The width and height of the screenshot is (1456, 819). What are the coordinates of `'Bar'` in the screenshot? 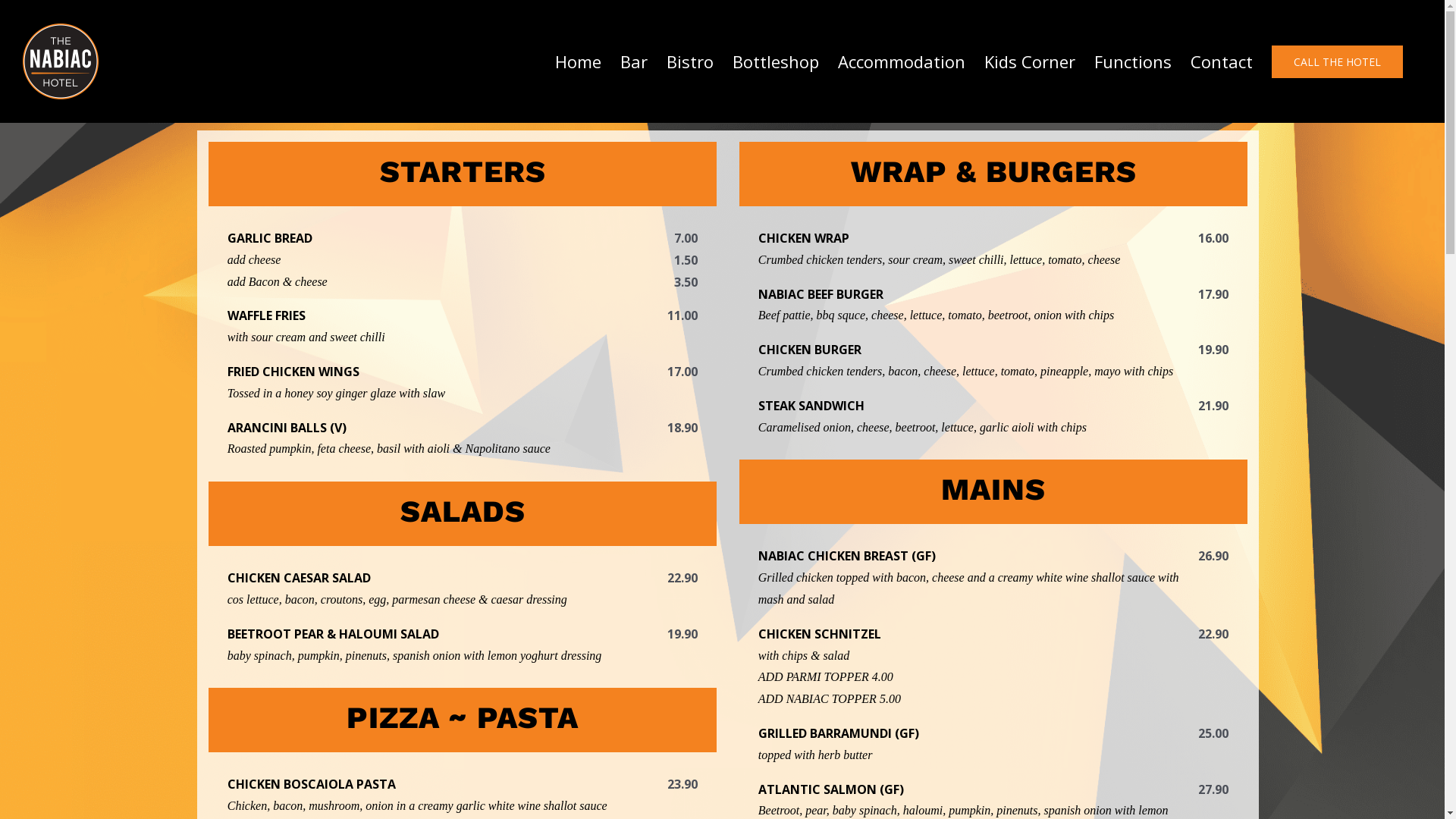 It's located at (620, 61).